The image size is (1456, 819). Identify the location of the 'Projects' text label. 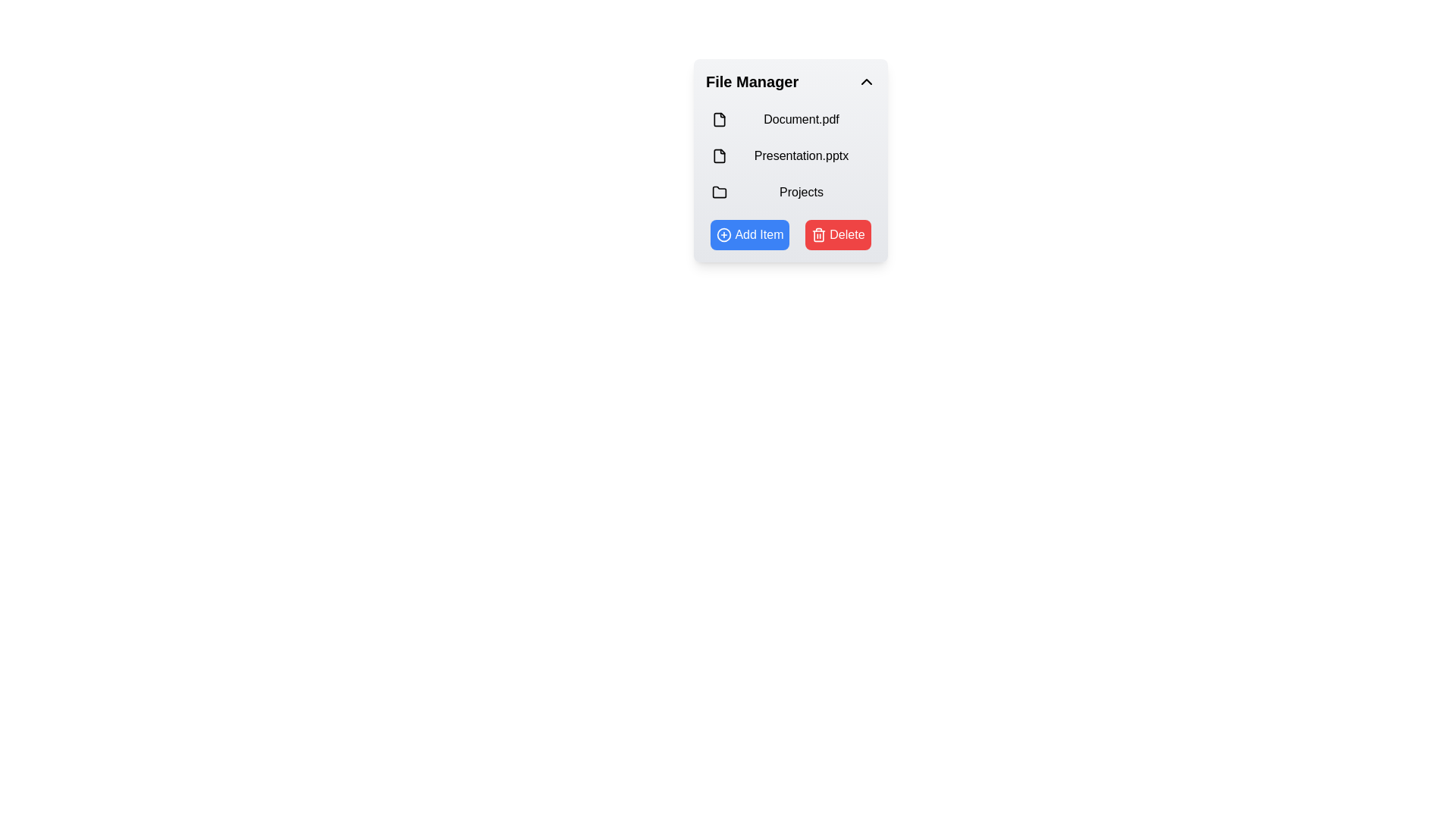
(800, 192).